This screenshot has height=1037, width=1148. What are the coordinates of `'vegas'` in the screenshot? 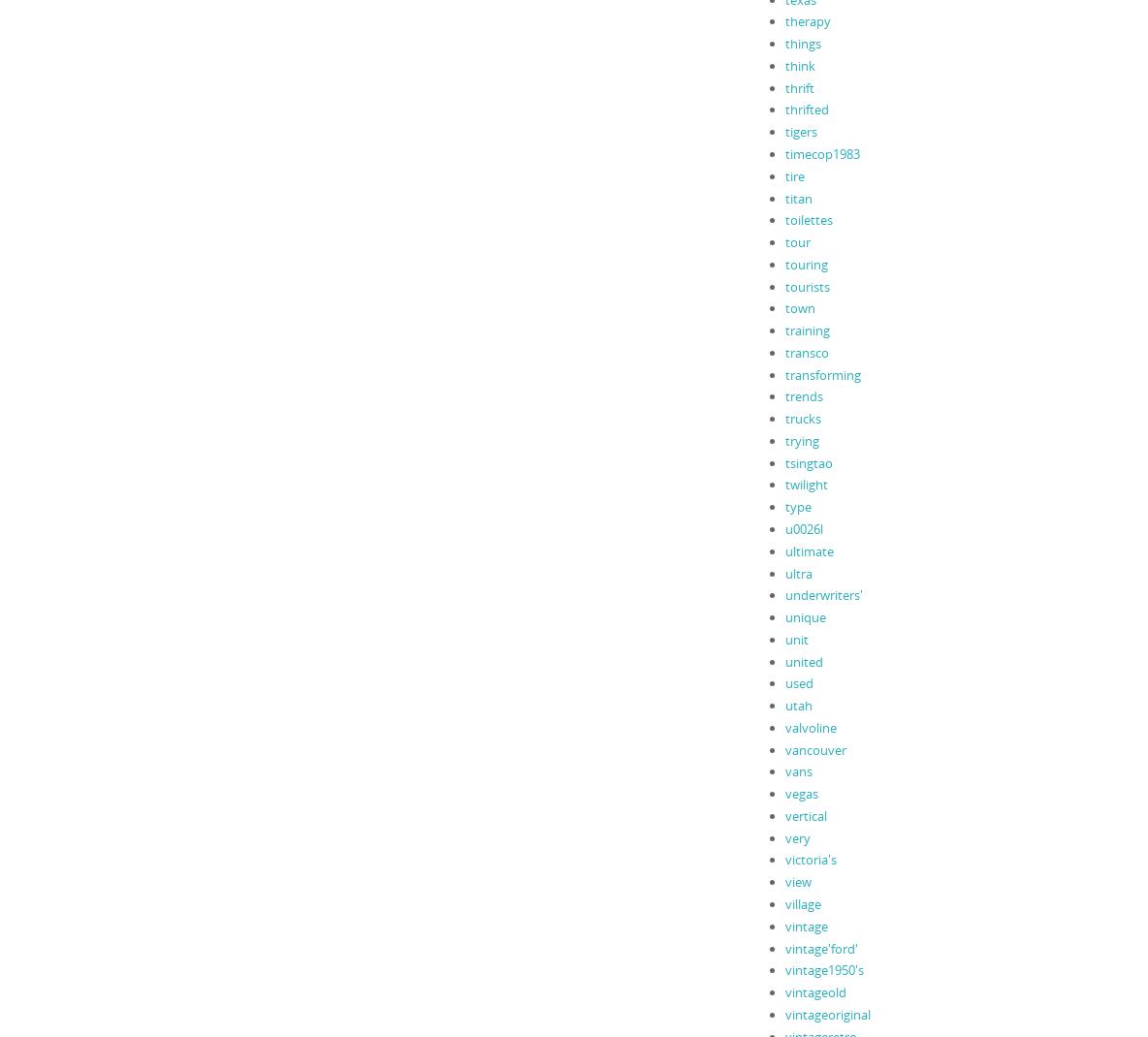 It's located at (800, 793).